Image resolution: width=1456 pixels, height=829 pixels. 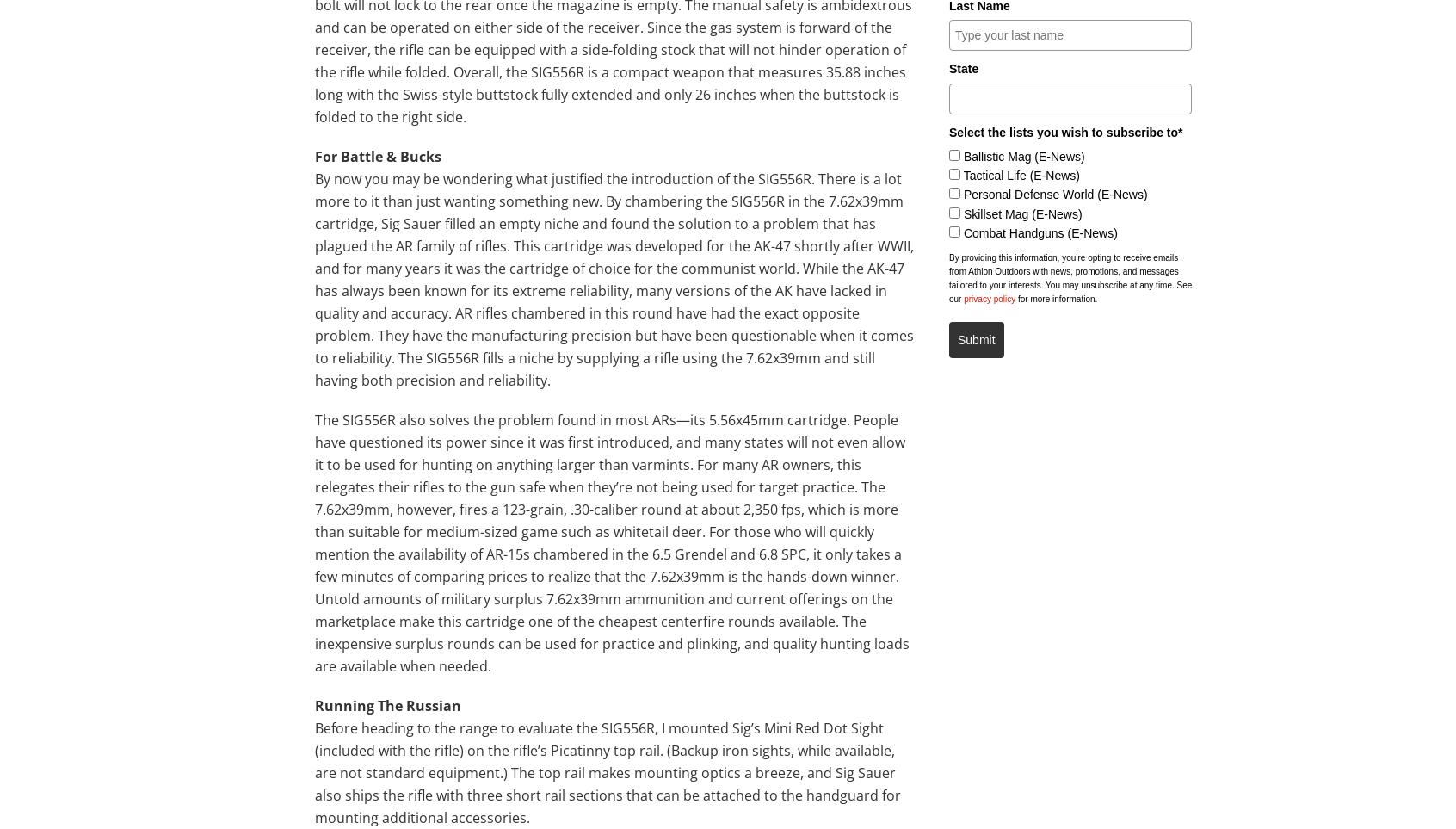 I want to click on 'Select the lists you wish to subscribe to*', so click(x=1065, y=132).